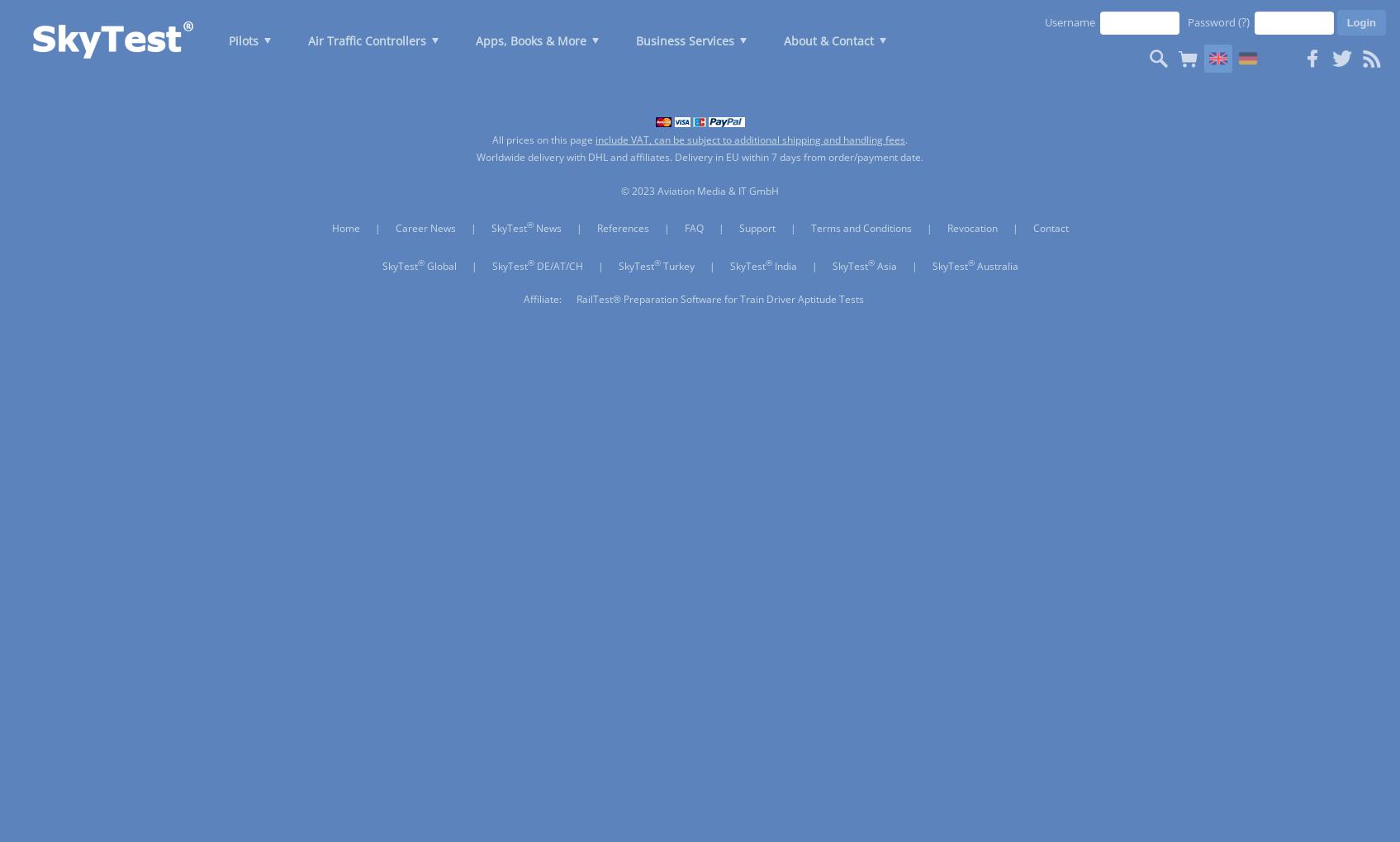 The height and width of the screenshot is (842, 1400). I want to click on '(?)', so click(1237, 21).